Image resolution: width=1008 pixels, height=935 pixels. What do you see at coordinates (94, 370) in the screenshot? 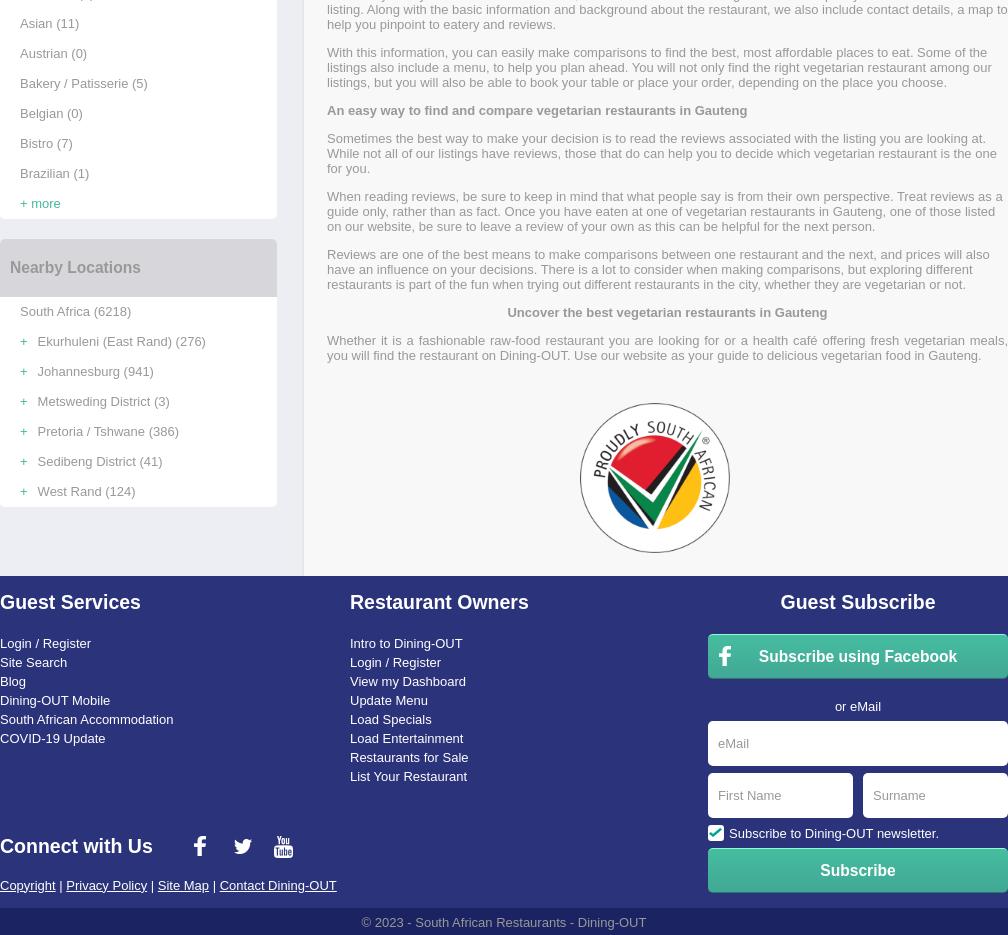
I see `'Johannesburg (941)'` at bounding box center [94, 370].